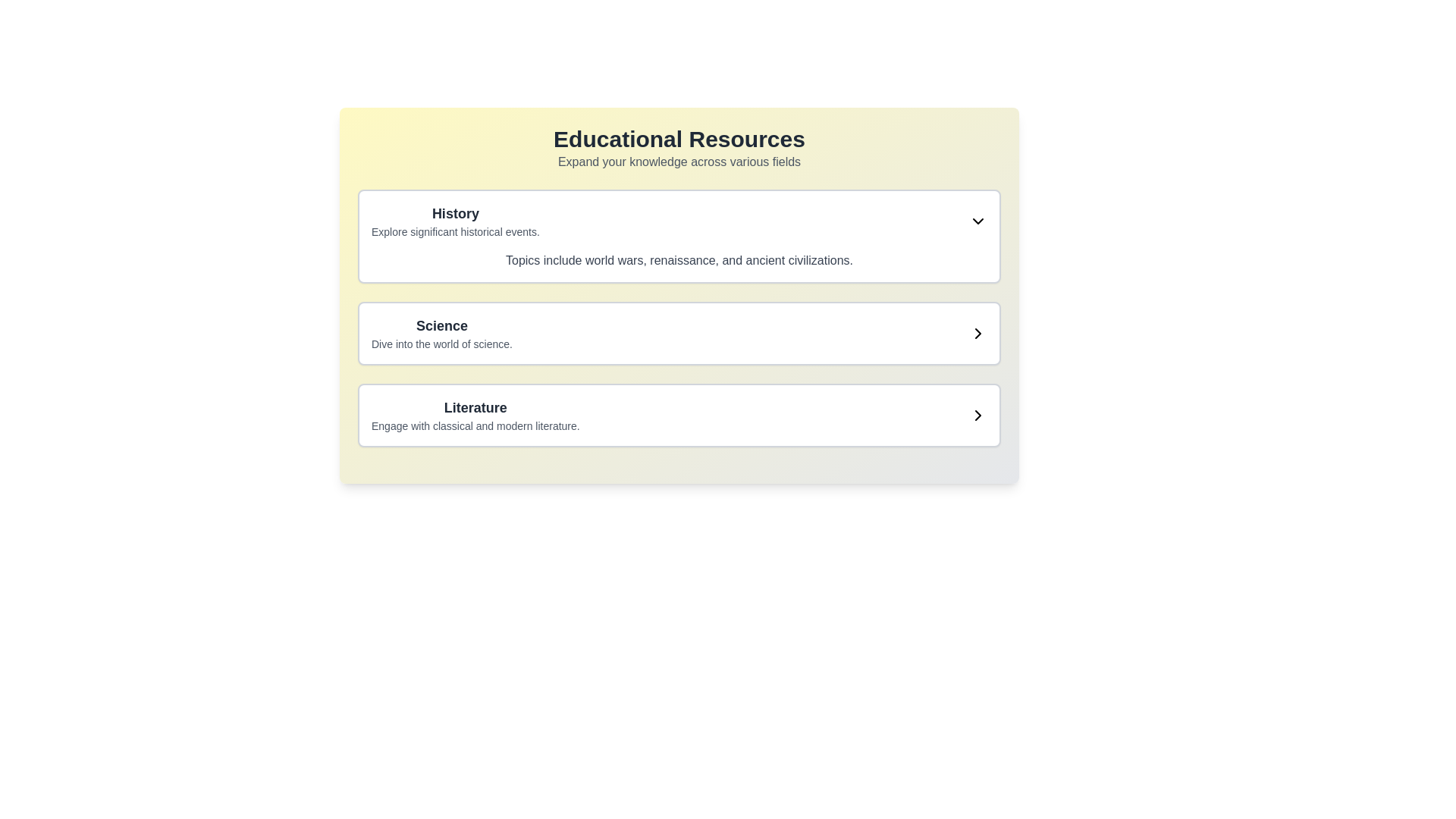 The height and width of the screenshot is (819, 1456). Describe the element at coordinates (441, 344) in the screenshot. I see `text label that displays 'Dive into the world of science.' which is located below the bold heading 'Science' in the second section of the list` at that location.